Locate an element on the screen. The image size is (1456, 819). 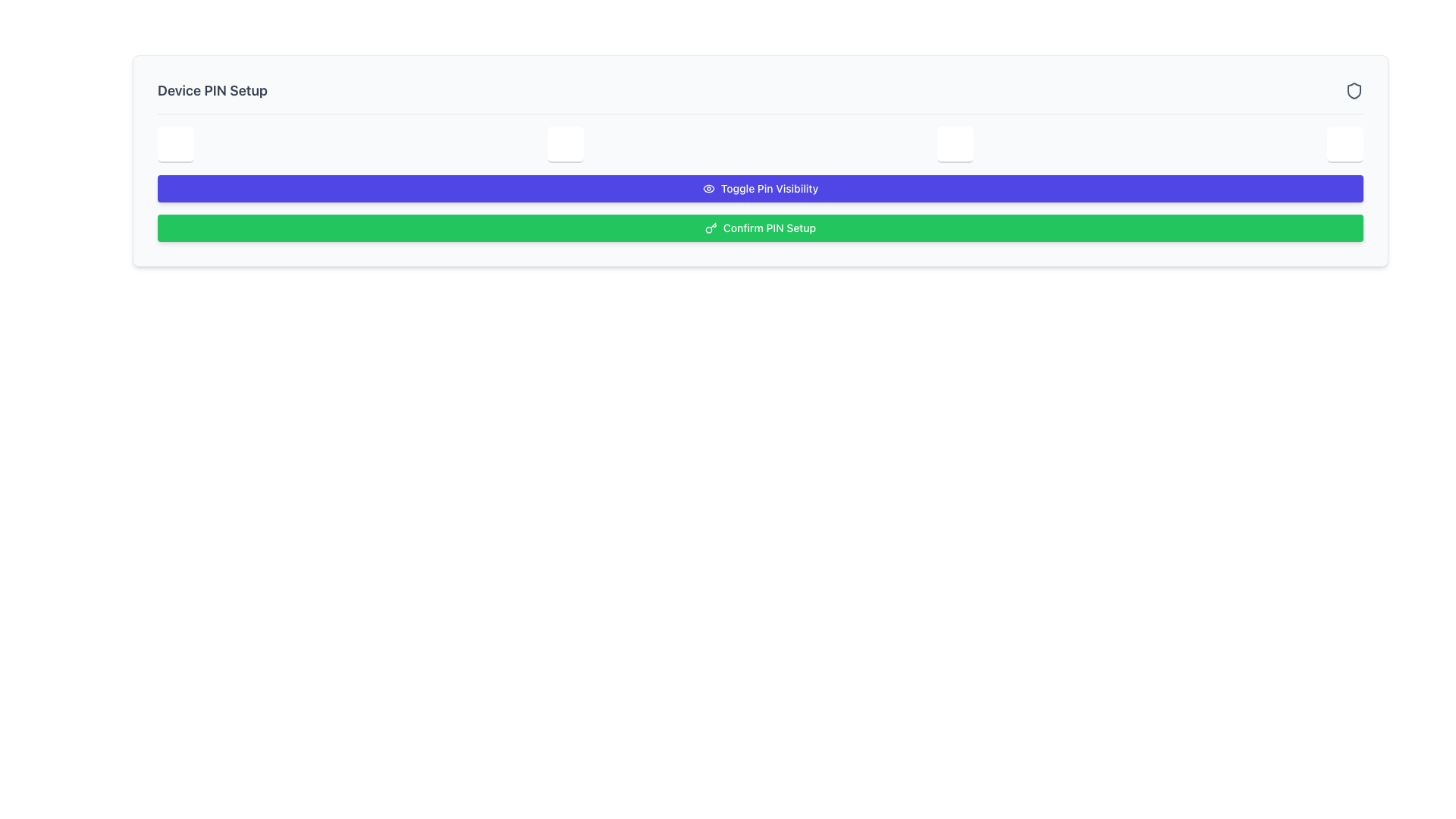
the eye-shaped icon is located at coordinates (708, 188).